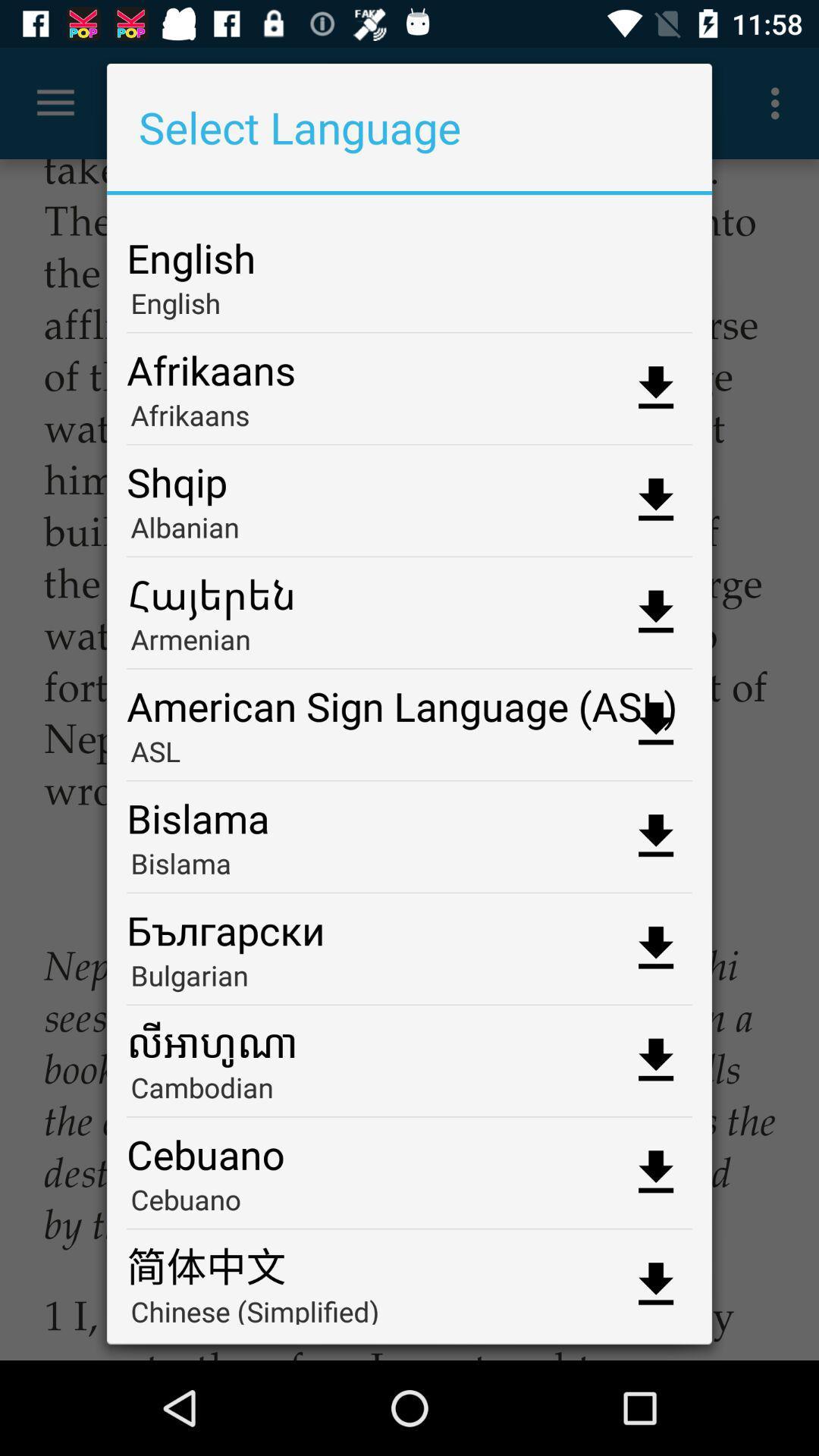 The height and width of the screenshot is (1456, 819). What do you see at coordinates (409, 700) in the screenshot?
I see `american sign language app` at bounding box center [409, 700].